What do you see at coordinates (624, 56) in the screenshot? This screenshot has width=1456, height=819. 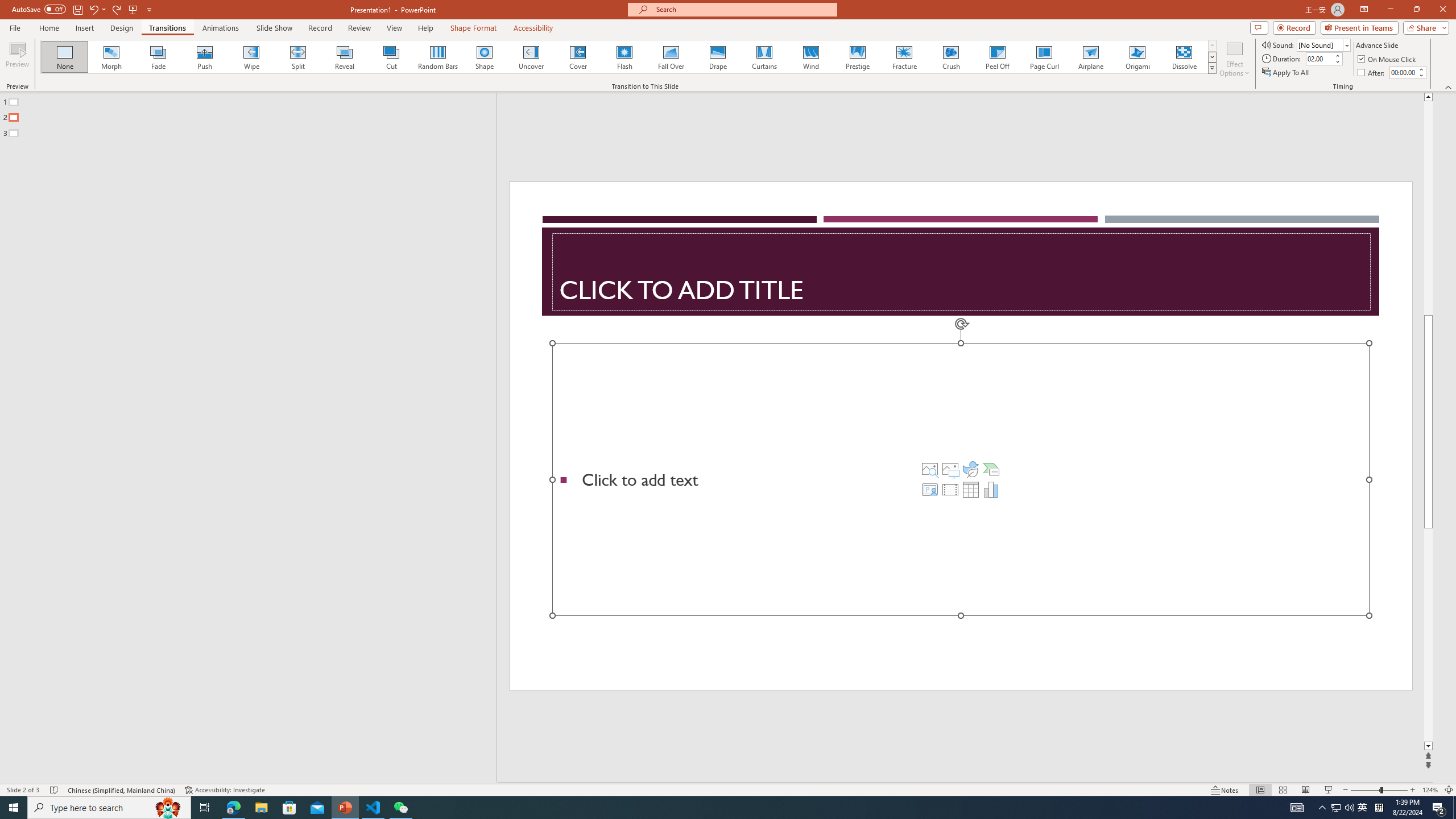 I see `'Flash'` at bounding box center [624, 56].